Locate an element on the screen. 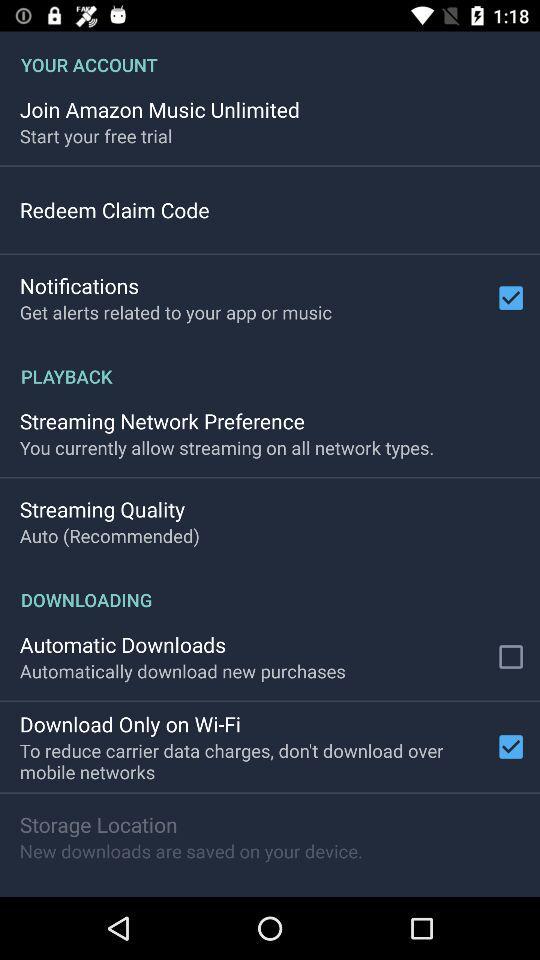  streaming quality is located at coordinates (102, 508).